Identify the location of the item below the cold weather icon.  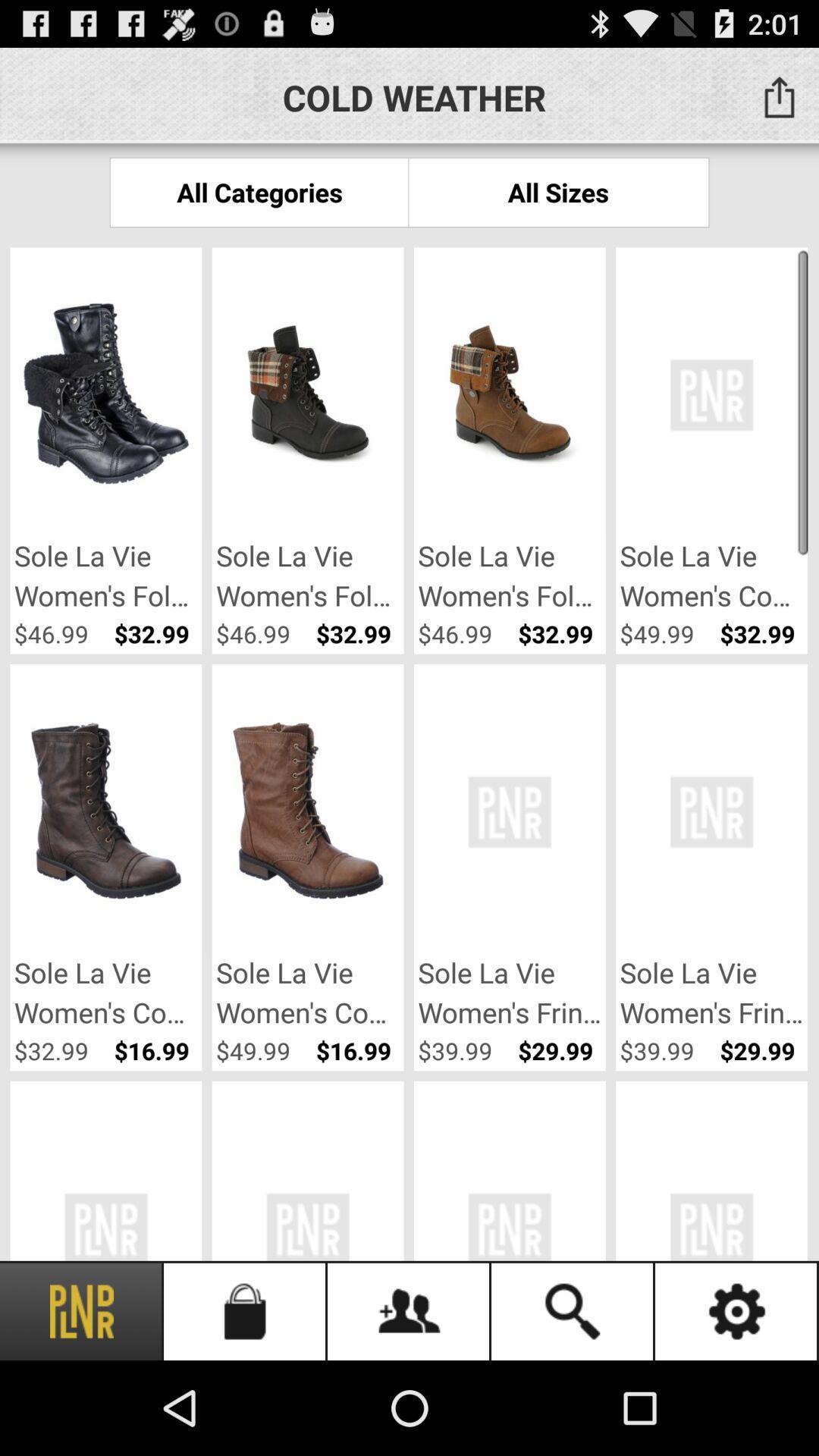
(558, 191).